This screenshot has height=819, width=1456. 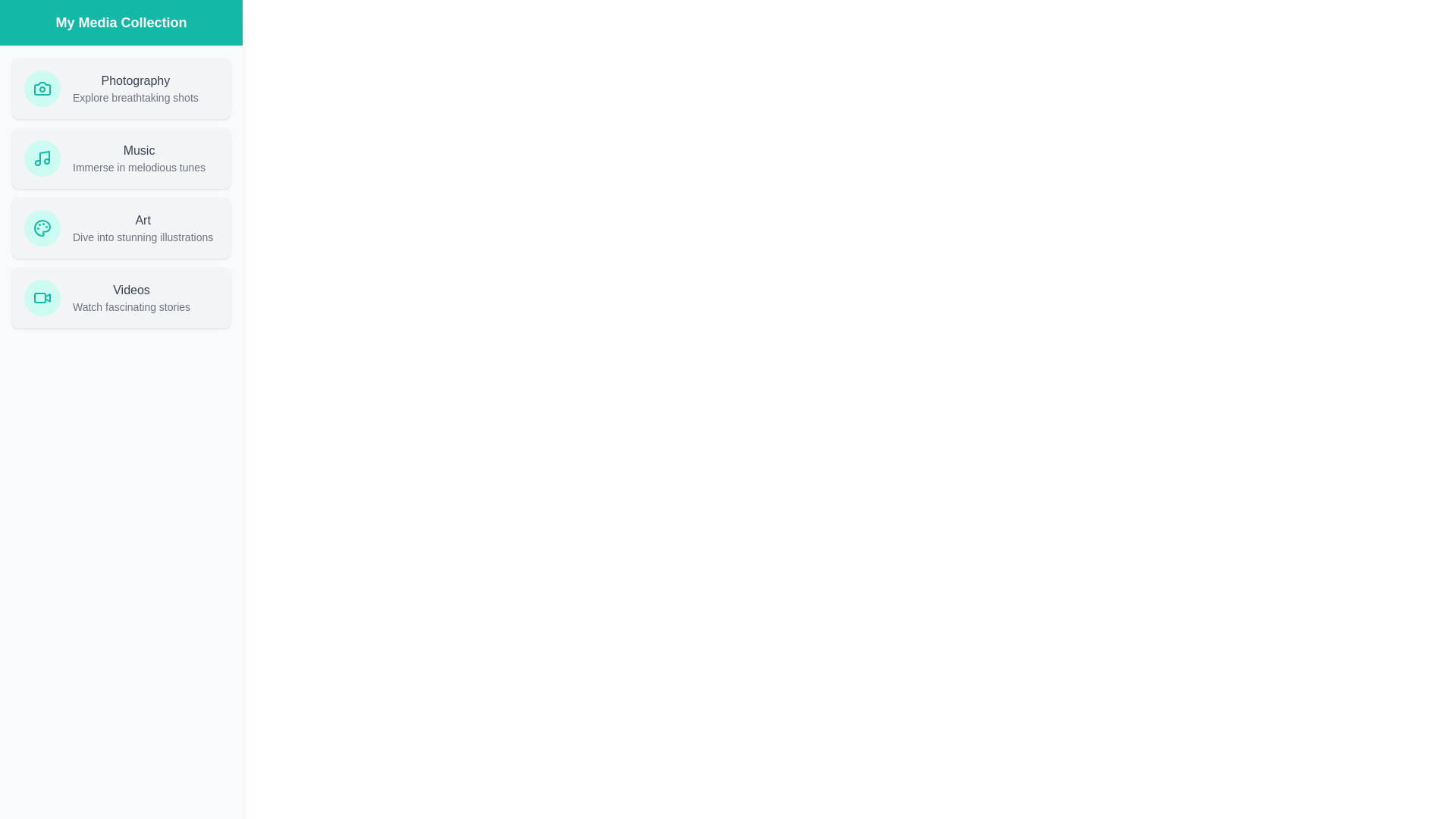 I want to click on the media card representing Photography, so click(x=120, y=88).